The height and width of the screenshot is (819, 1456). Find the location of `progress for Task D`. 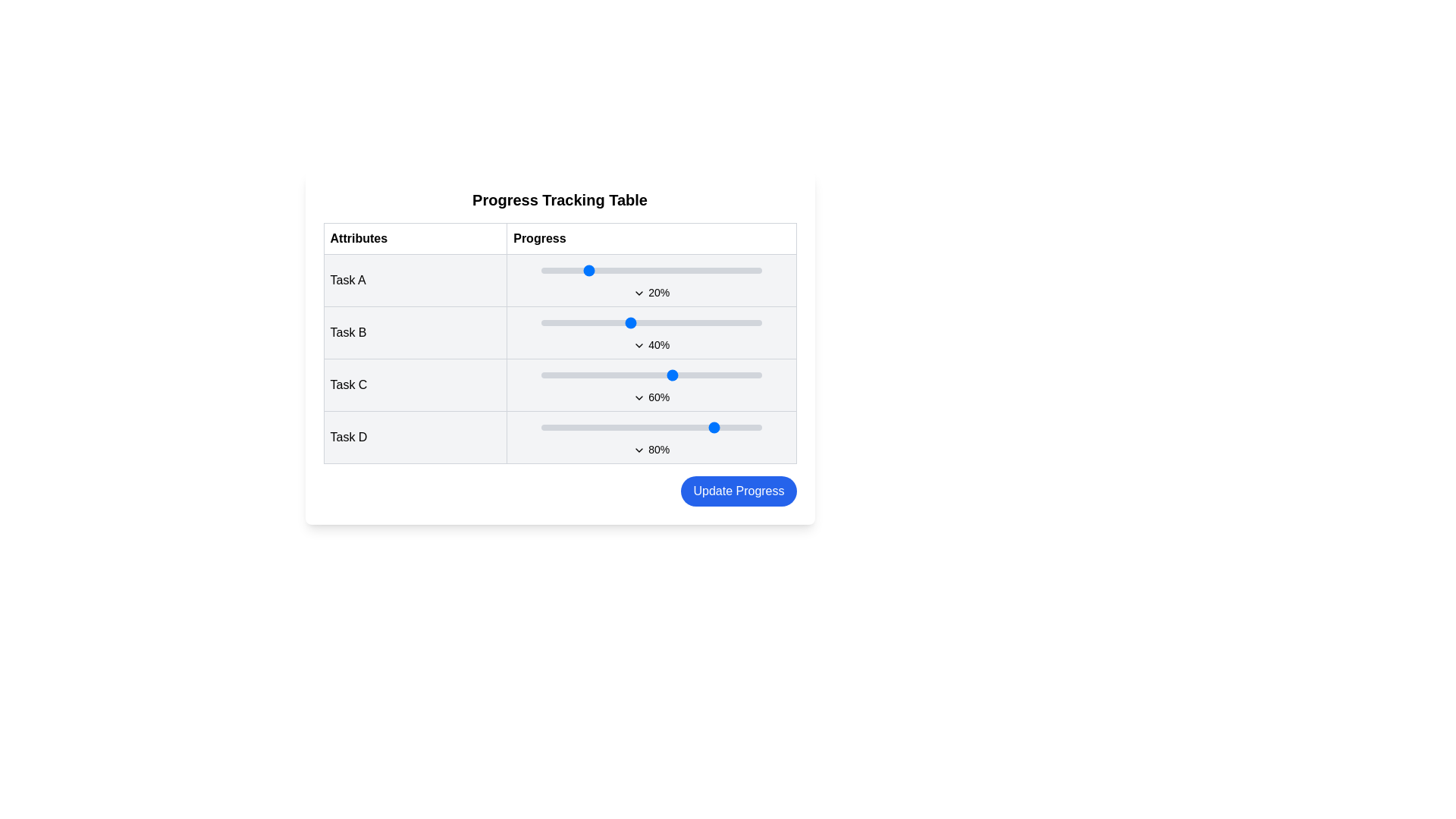

progress for Task D is located at coordinates (613, 427).